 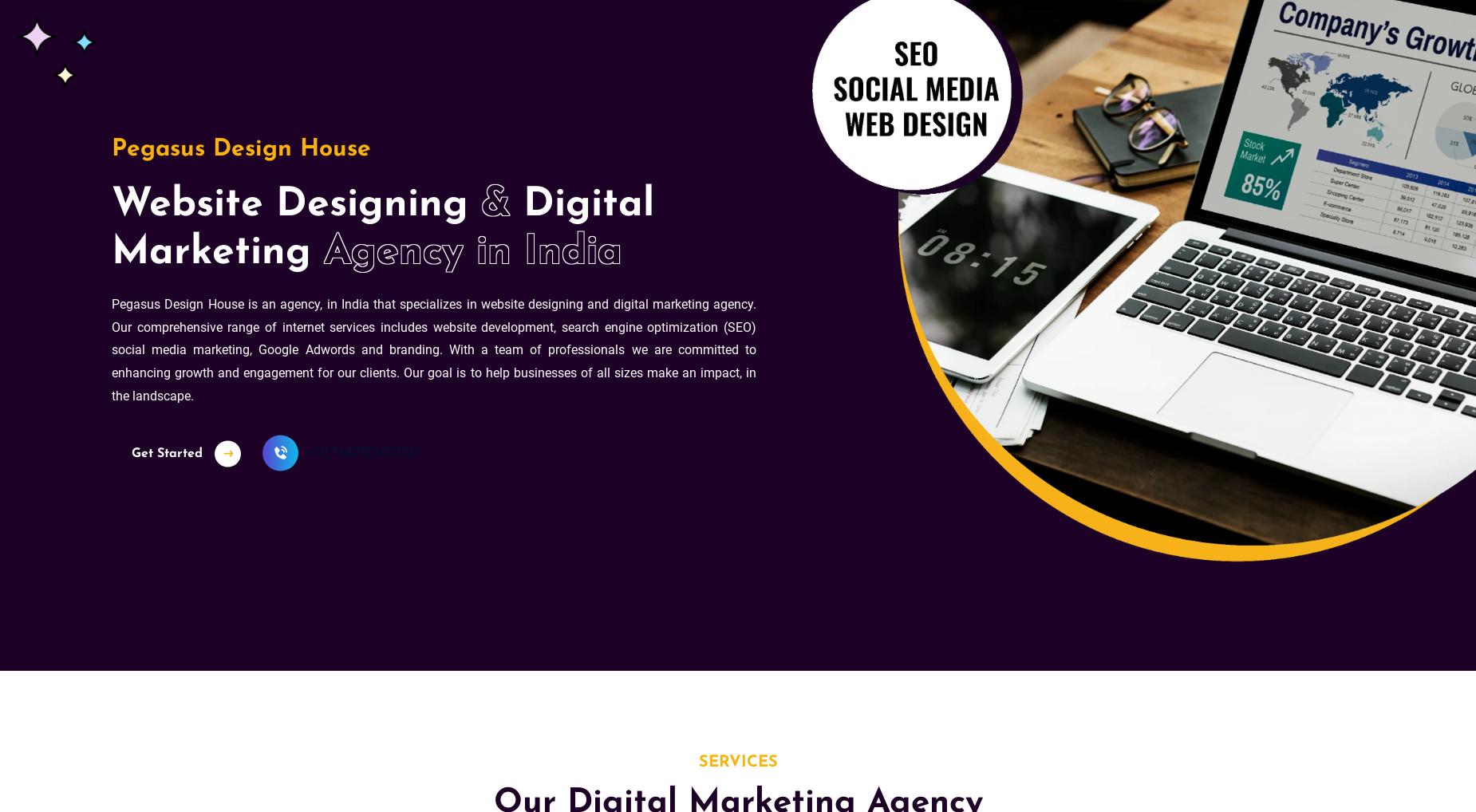 I want to click on 'Website not generating leads? Find out why!', so click(x=572, y=101).